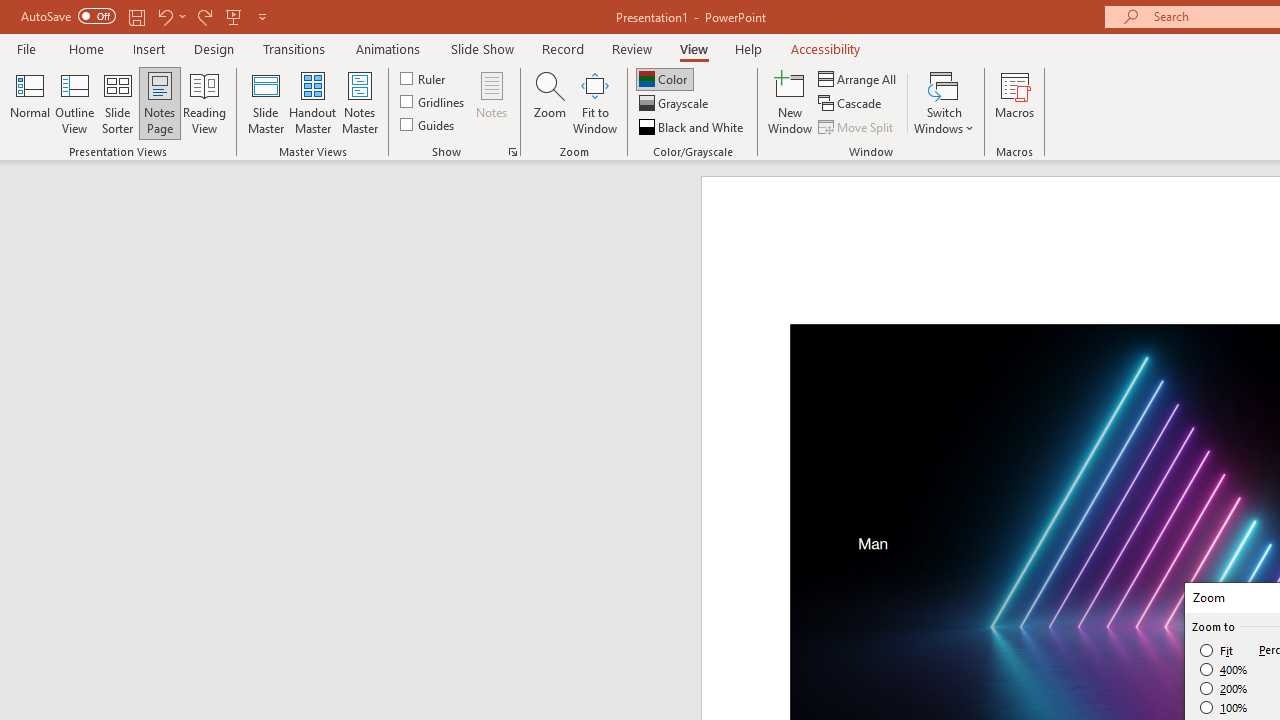  What do you see at coordinates (858, 78) in the screenshot?
I see `'Arrange All'` at bounding box center [858, 78].